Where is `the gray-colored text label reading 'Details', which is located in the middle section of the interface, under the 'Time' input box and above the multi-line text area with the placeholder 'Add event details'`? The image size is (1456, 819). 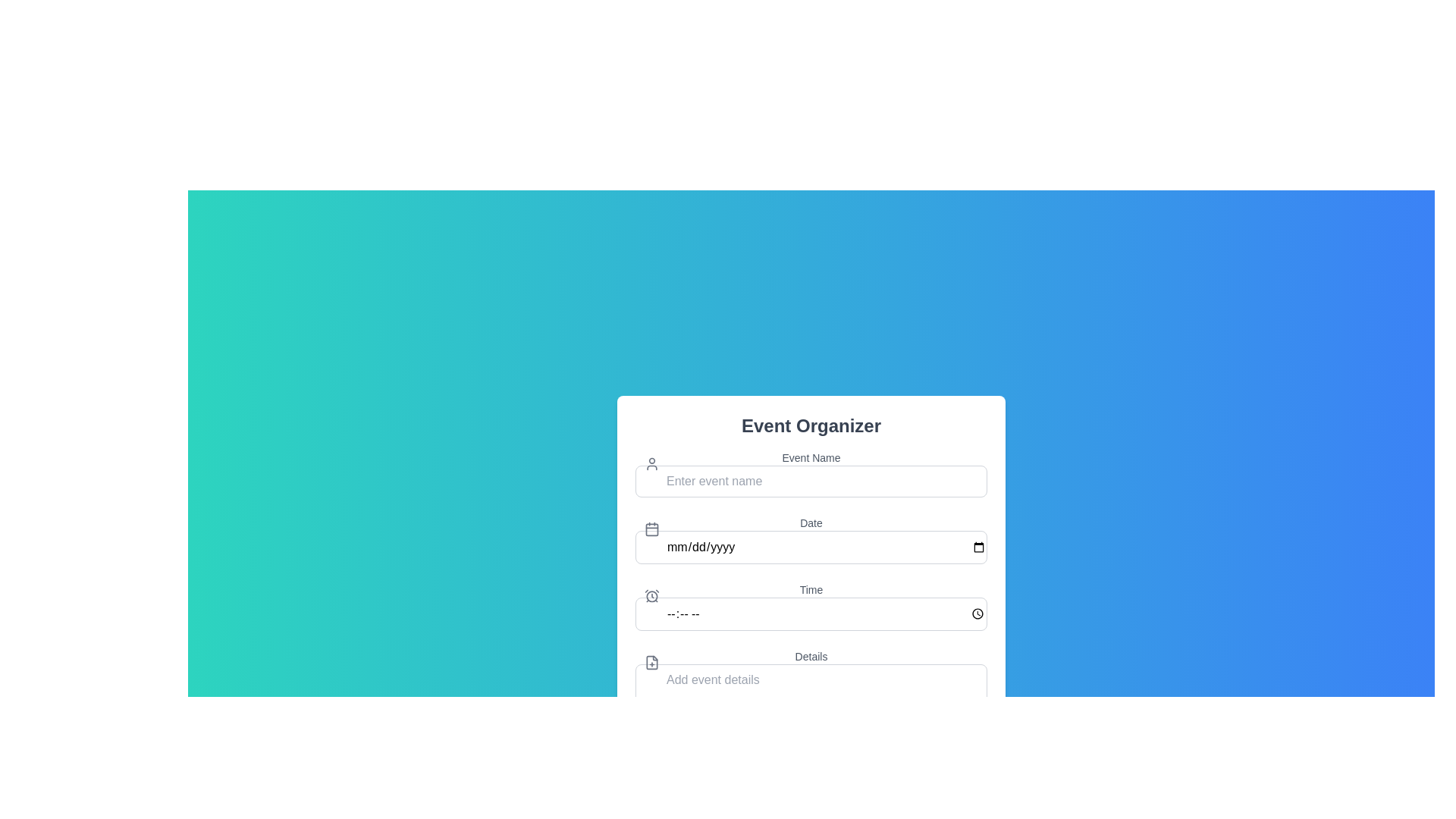 the gray-colored text label reading 'Details', which is located in the middle section of the interface, under the 'Time' input box and above the multi-line text area with the placeholder 'Add event details' is located at coordinates (811, 654).